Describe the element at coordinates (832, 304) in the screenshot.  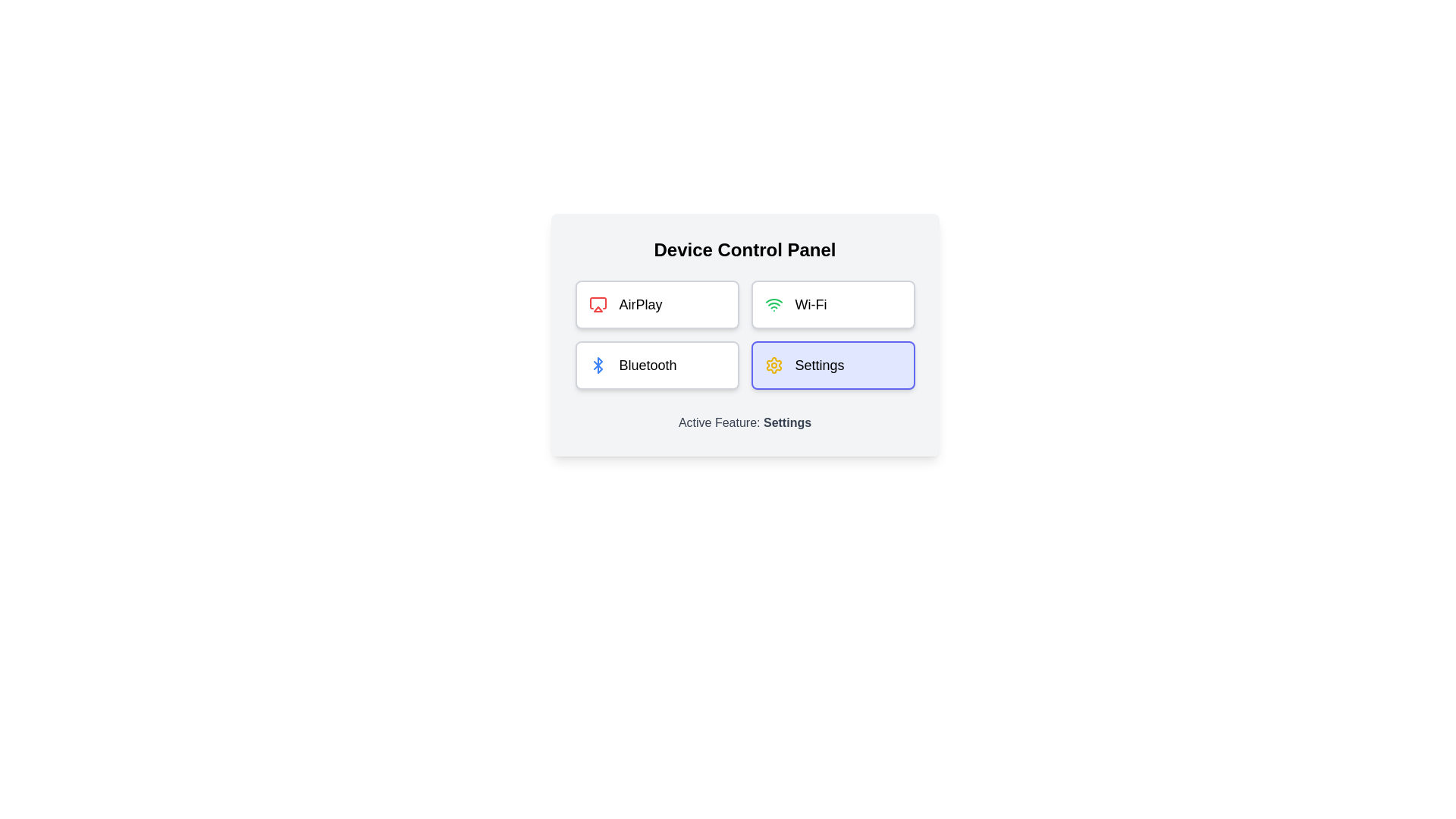
I see `the feature button Wi-Fi to view its hover effect` at that location.